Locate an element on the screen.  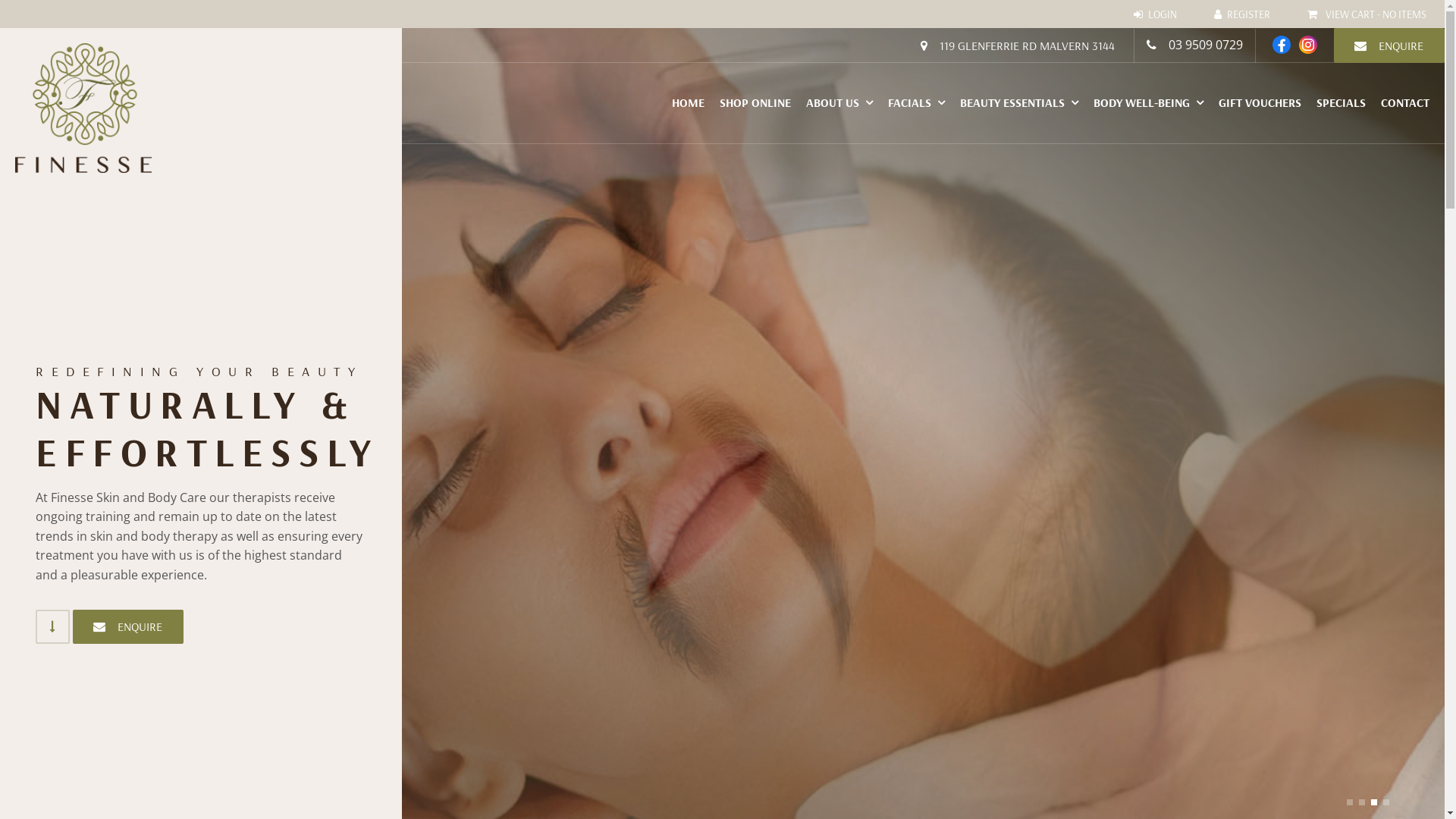
'ABOUT US' is located at coordinates (839, 102).